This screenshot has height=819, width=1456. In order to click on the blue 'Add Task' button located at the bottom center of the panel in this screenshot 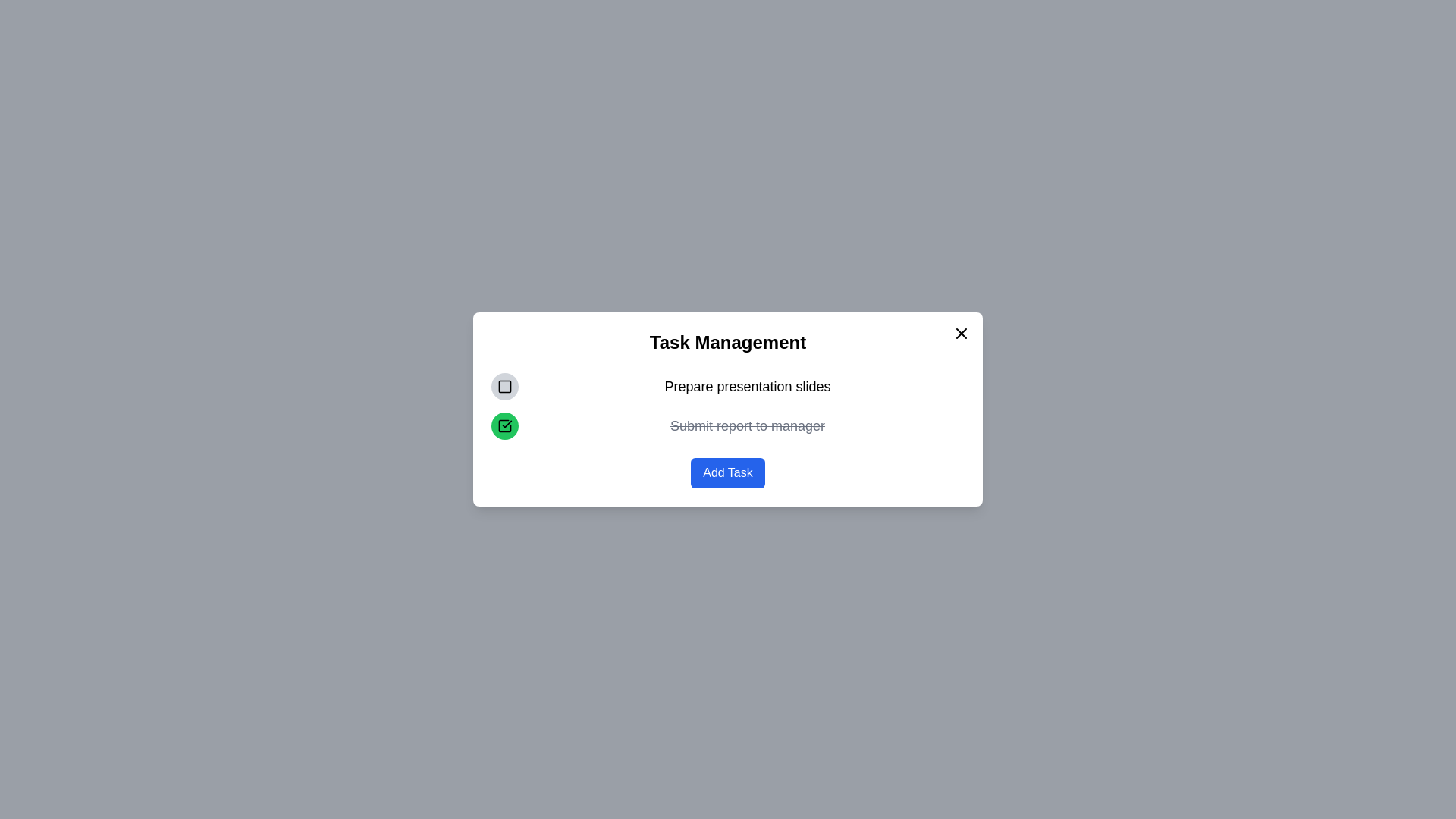, I will do `click(728, 472)`.